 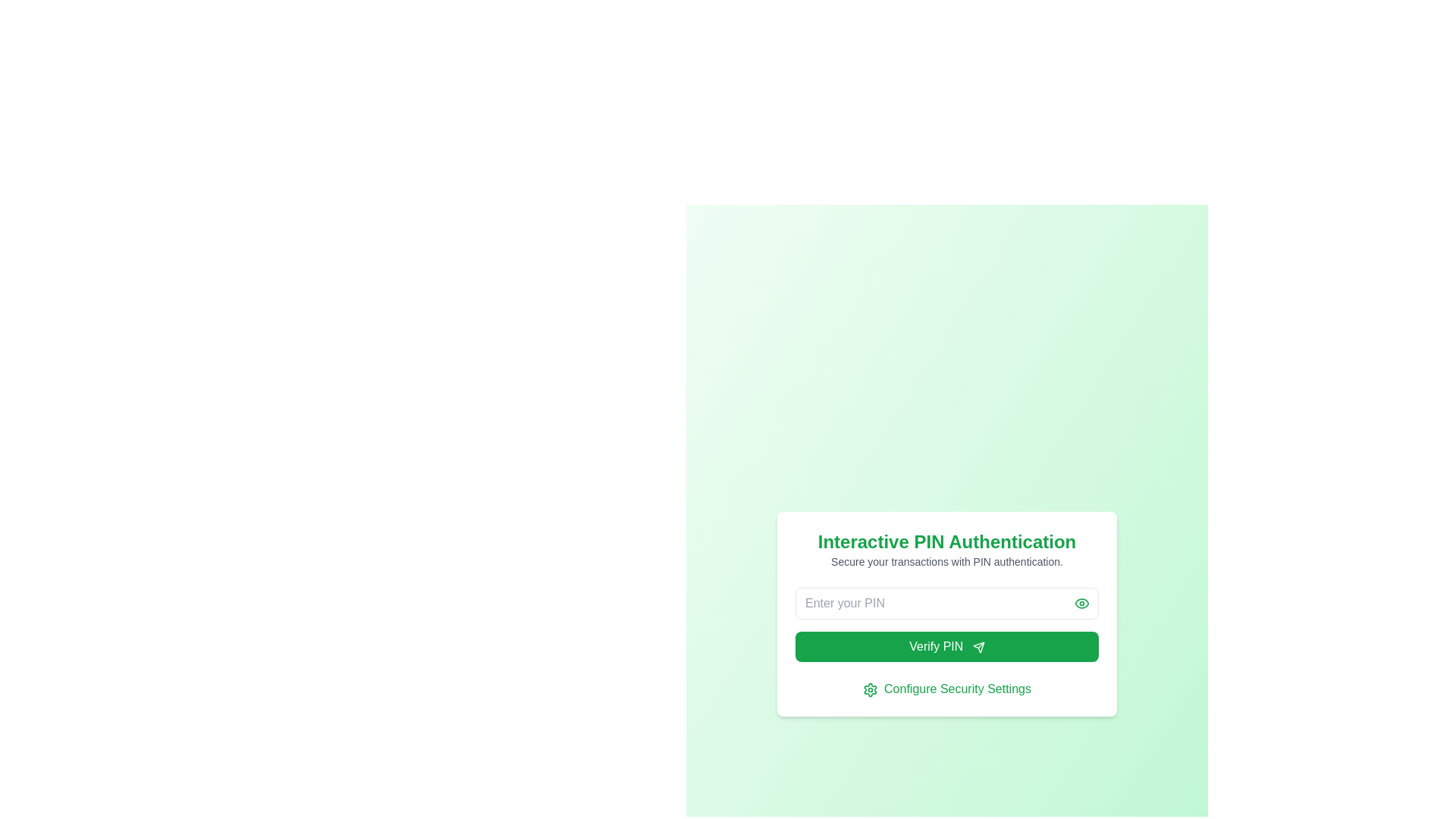 What do you see at coordinates (870, 689) in the screenshot?
I see `the settings icon located to the left of the text 'Configure Security Settings', which visually represents options for adjustments or modifications` at bounding box center [870, 689].